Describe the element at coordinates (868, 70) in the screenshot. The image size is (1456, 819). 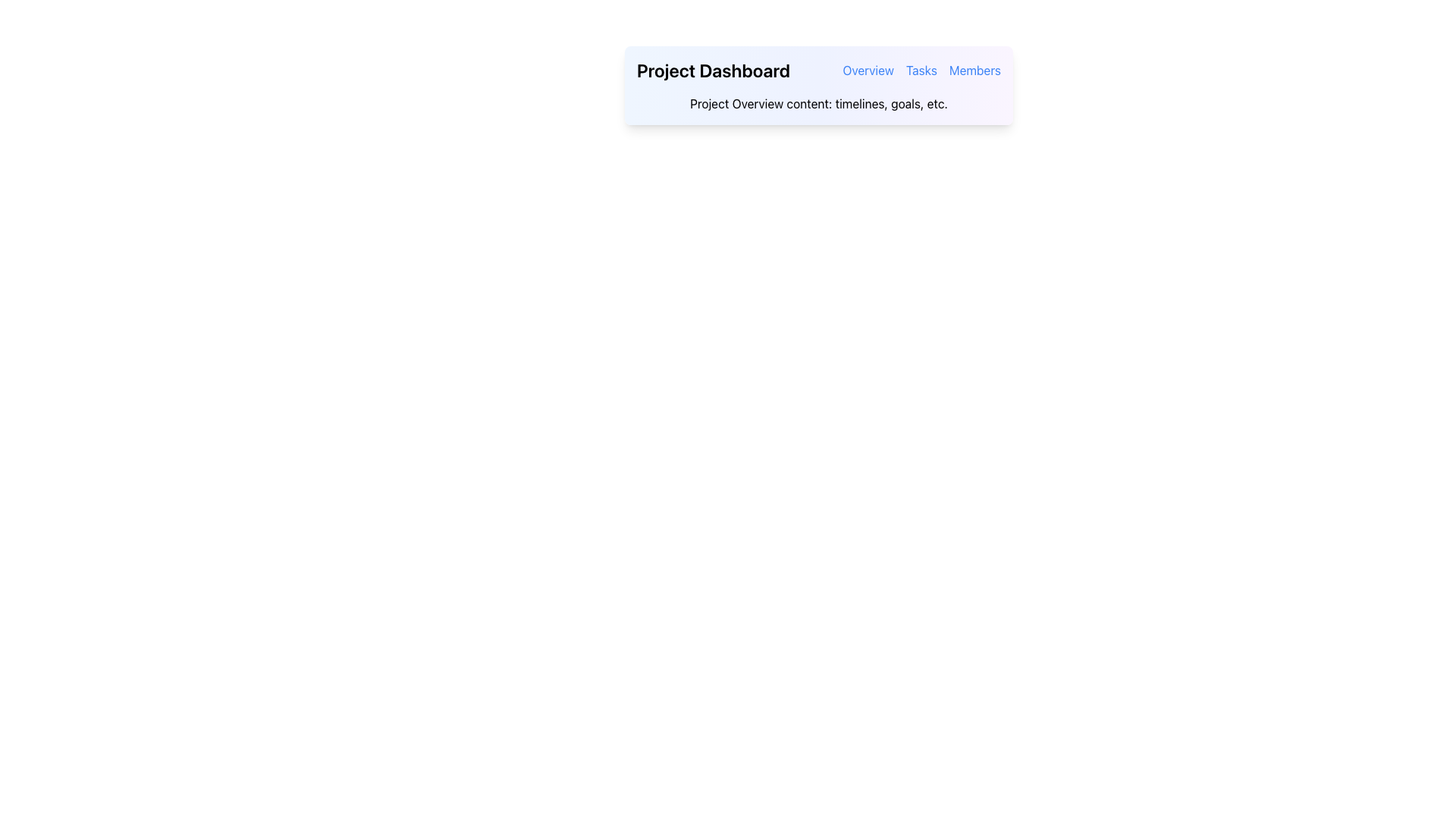
I see `the blue-colored text link 'Overview'` at that location.